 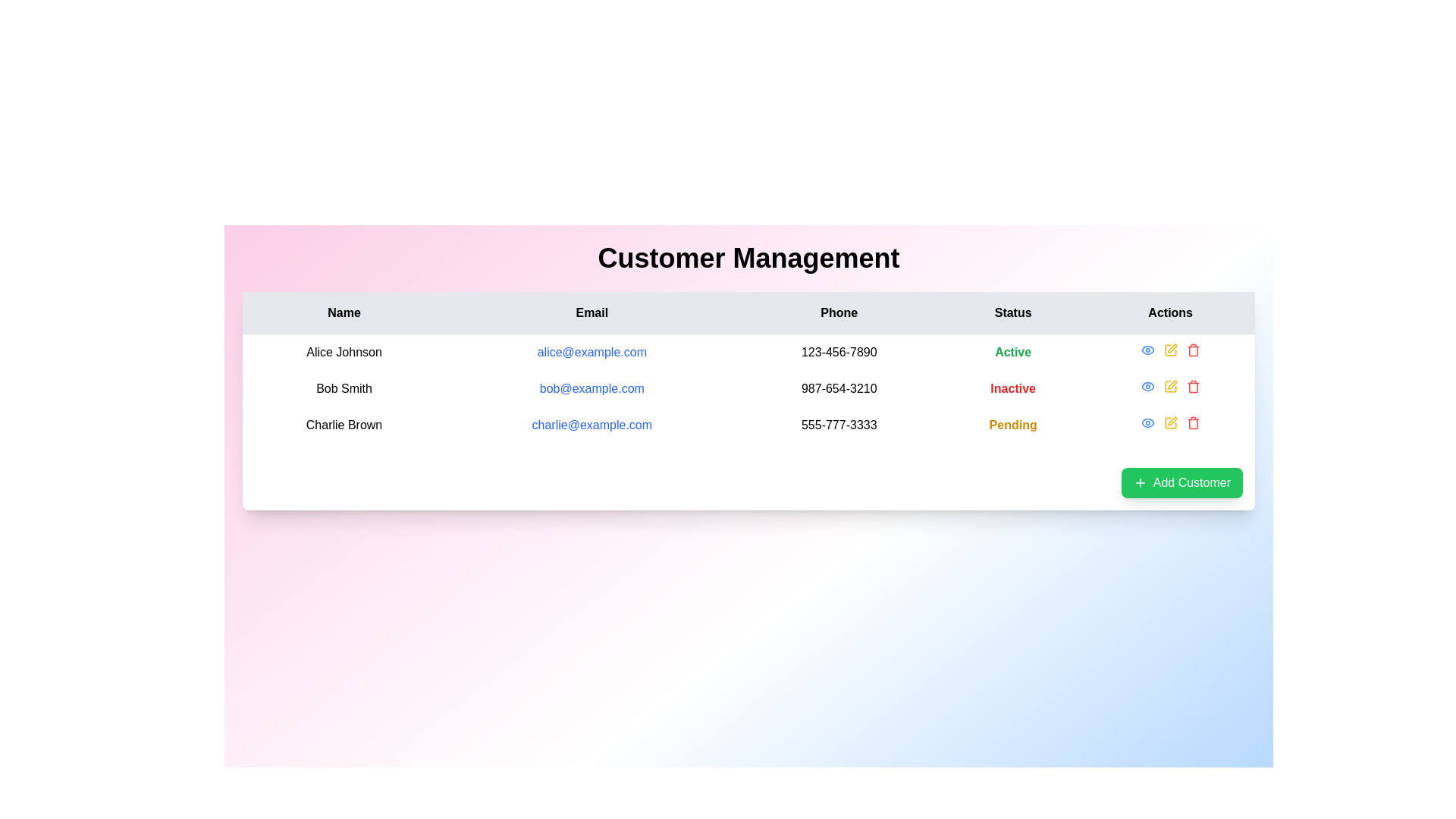 What do you see at coordinates (591, 388) in the screenshot?
I see `the text label styled in blue font that reads 'bob@example.com', located in the second row of the 'Email' column within the Customer Management page table` at bounding box center [591, 388].